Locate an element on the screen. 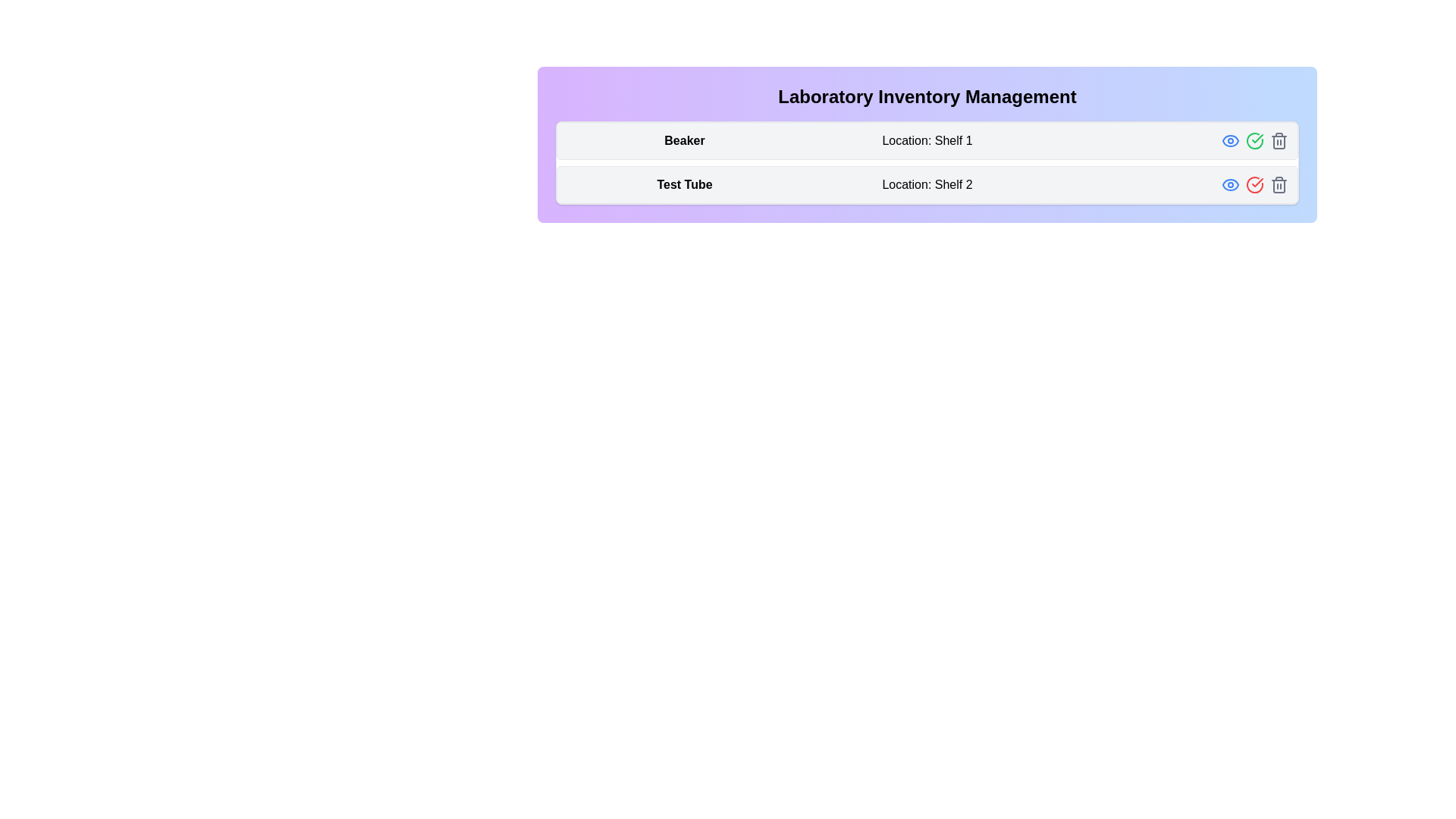  eye icon to view details of the inventory item Test Tube is located at coordinates (1230, 184).